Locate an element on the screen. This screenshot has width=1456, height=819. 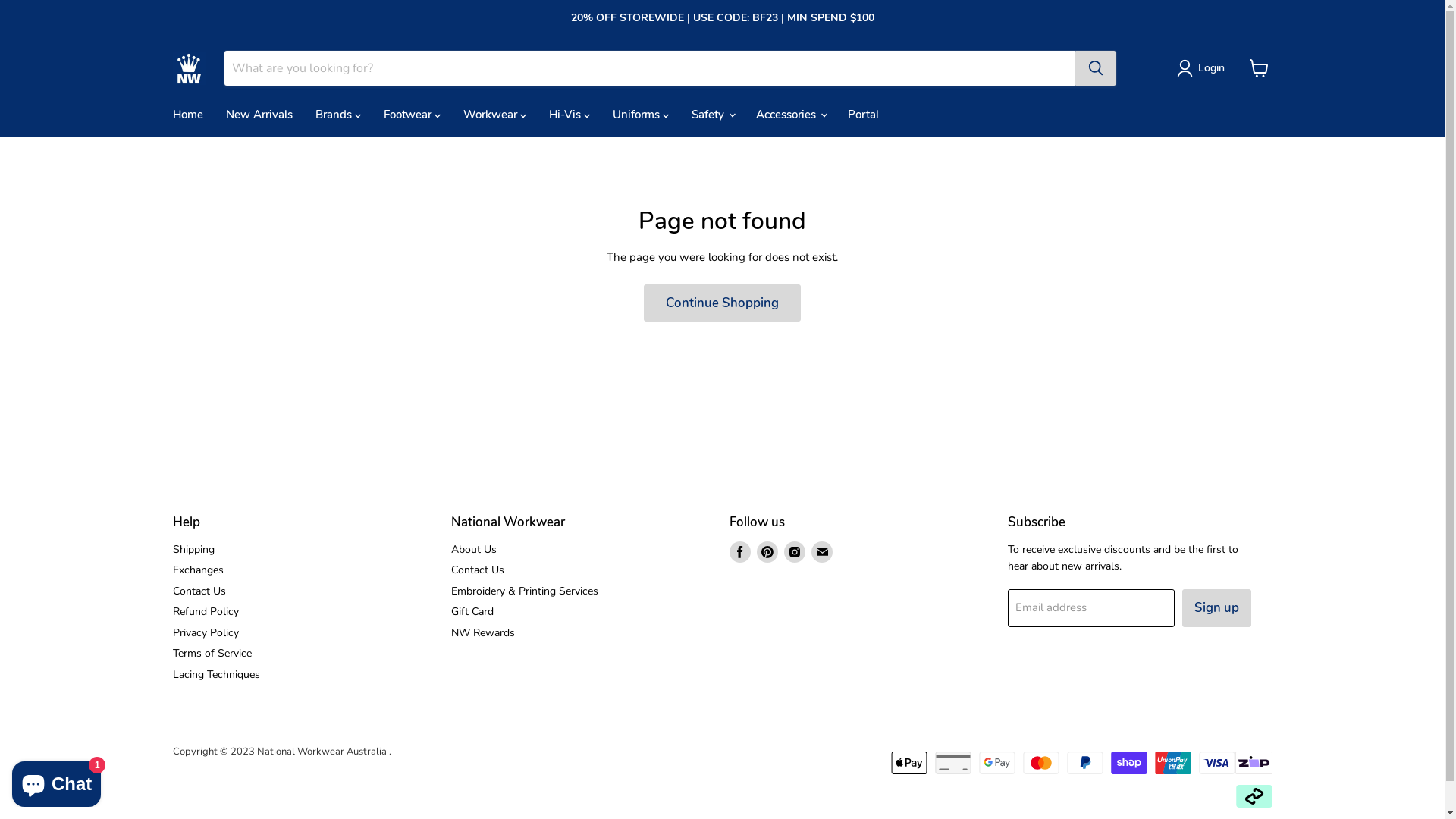
'Find us on Email' is located at coordinates (821, 552).